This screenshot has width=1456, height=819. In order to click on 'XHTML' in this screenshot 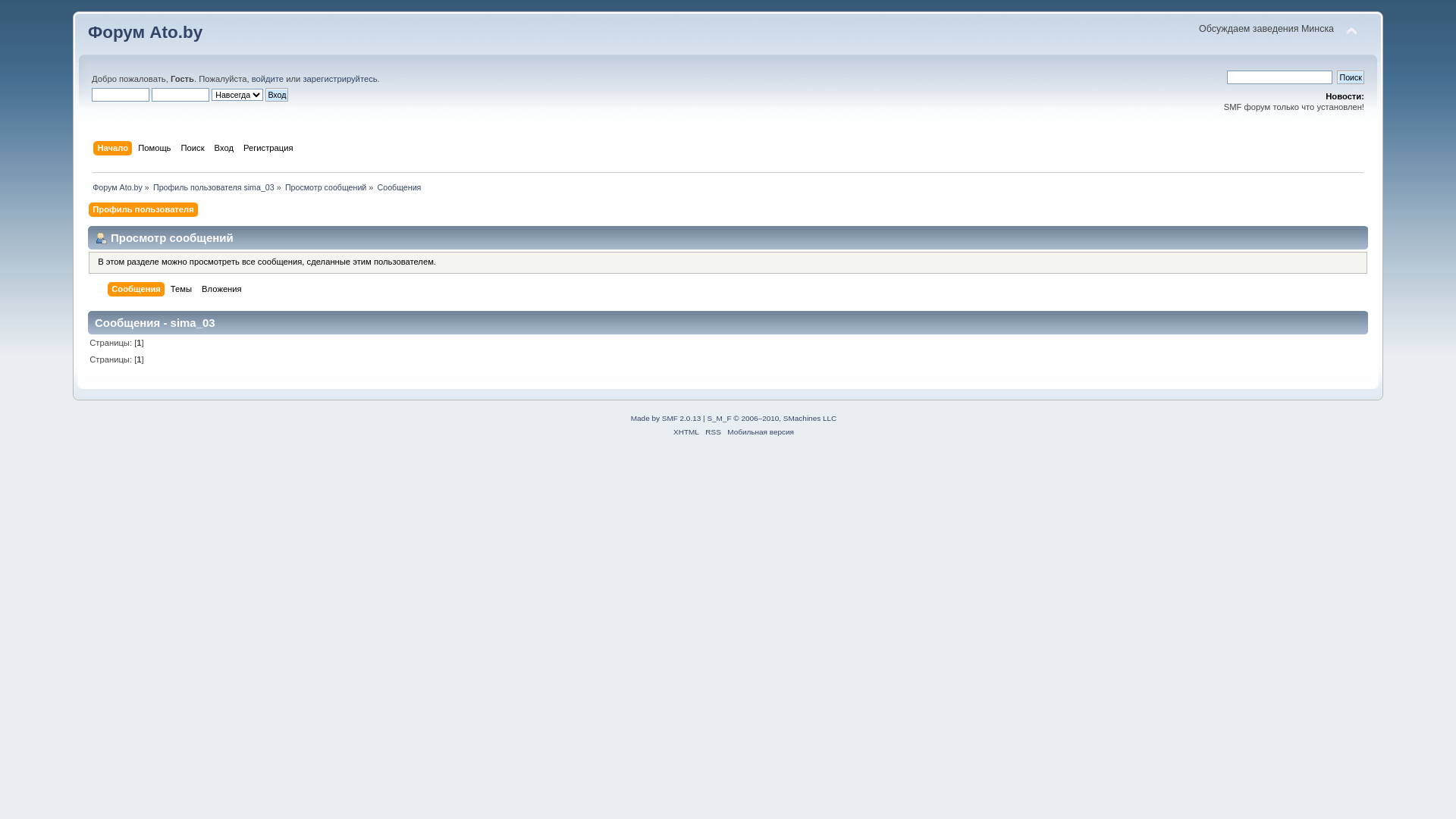, I will do `click(686, 431)`.